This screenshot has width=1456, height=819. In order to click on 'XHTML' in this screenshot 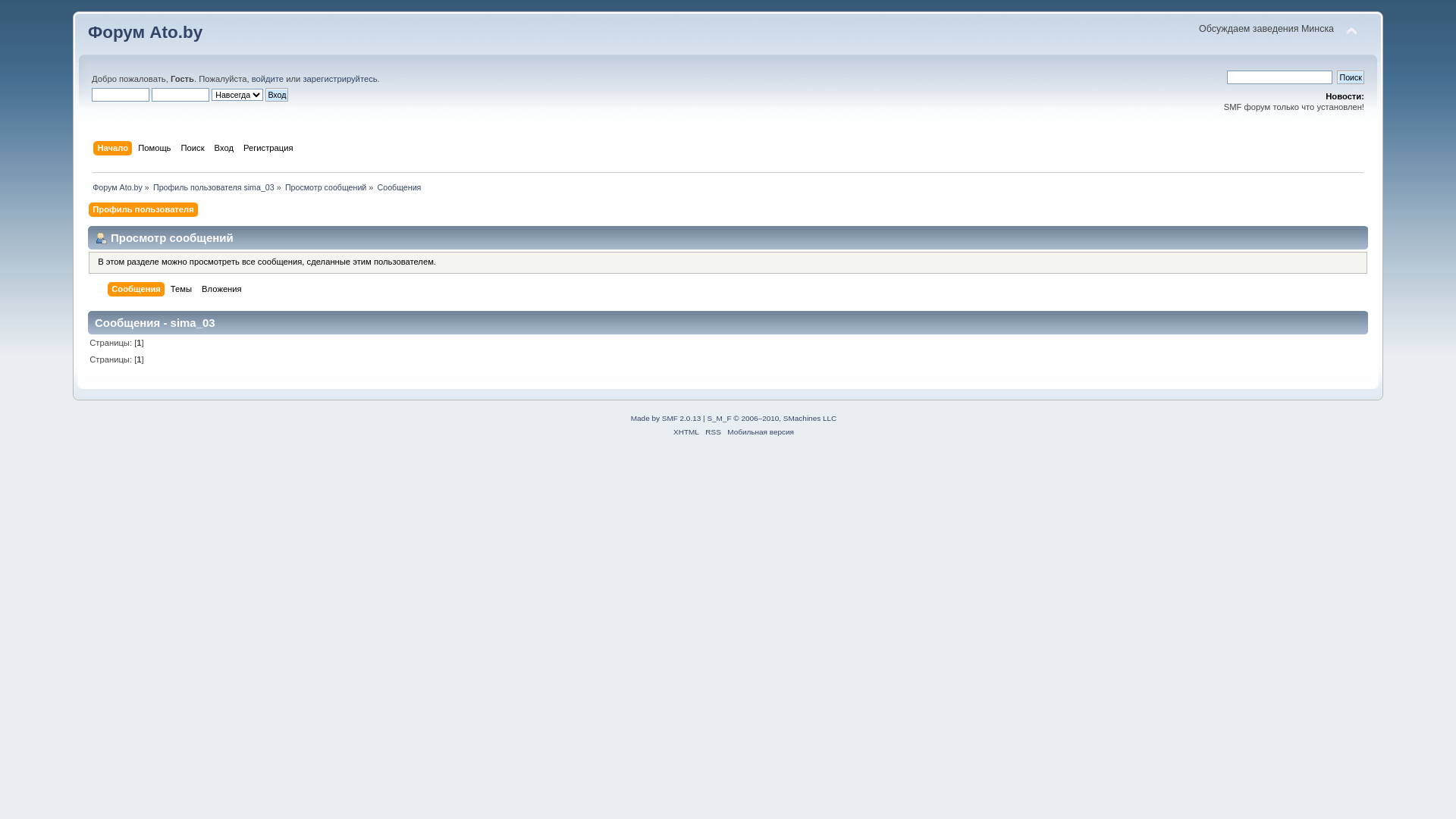, I will do `click(686, 431)`.